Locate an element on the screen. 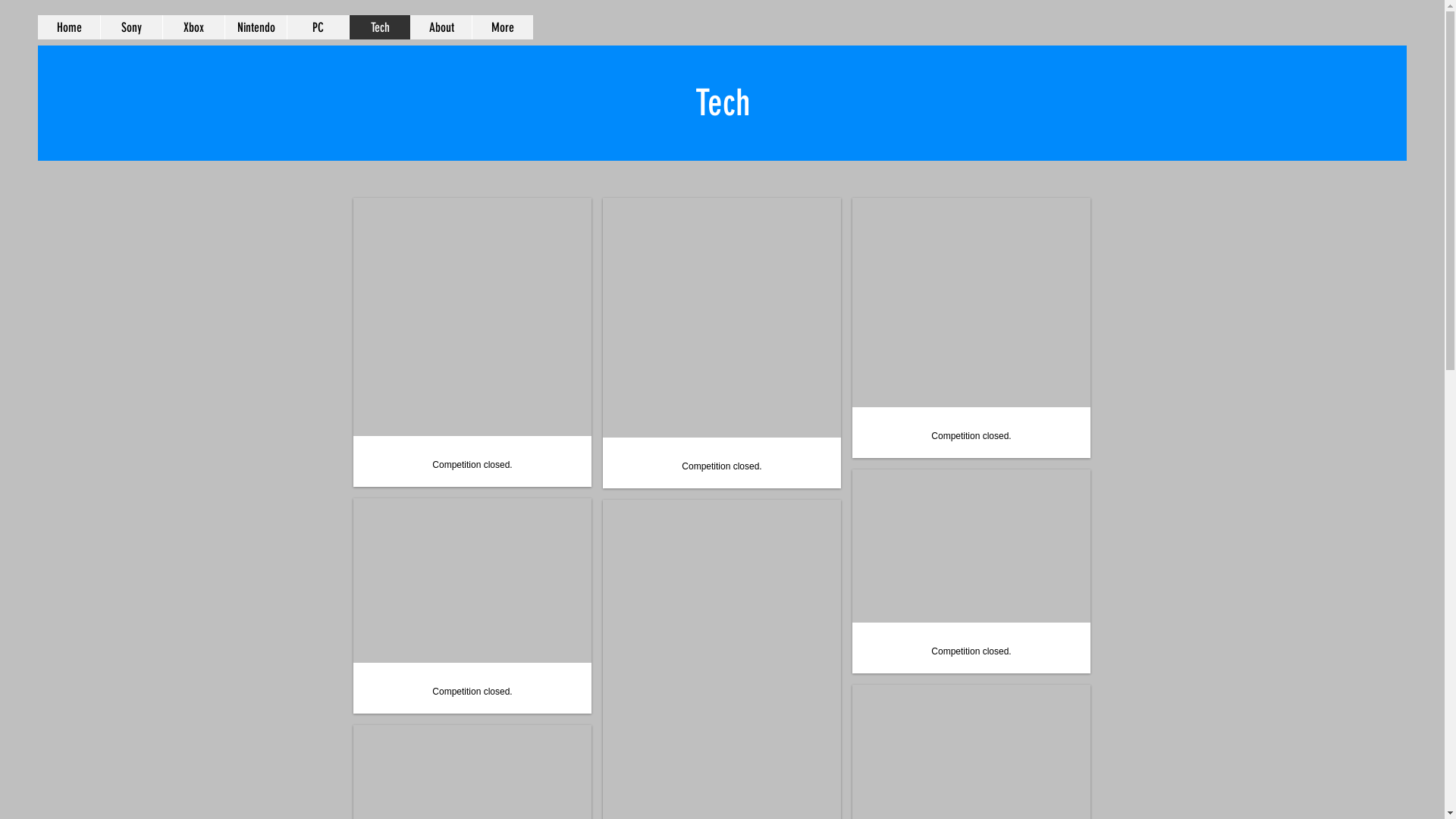 The image size is (1456, 819). 'Tech' is located at coordinates (379, 27).